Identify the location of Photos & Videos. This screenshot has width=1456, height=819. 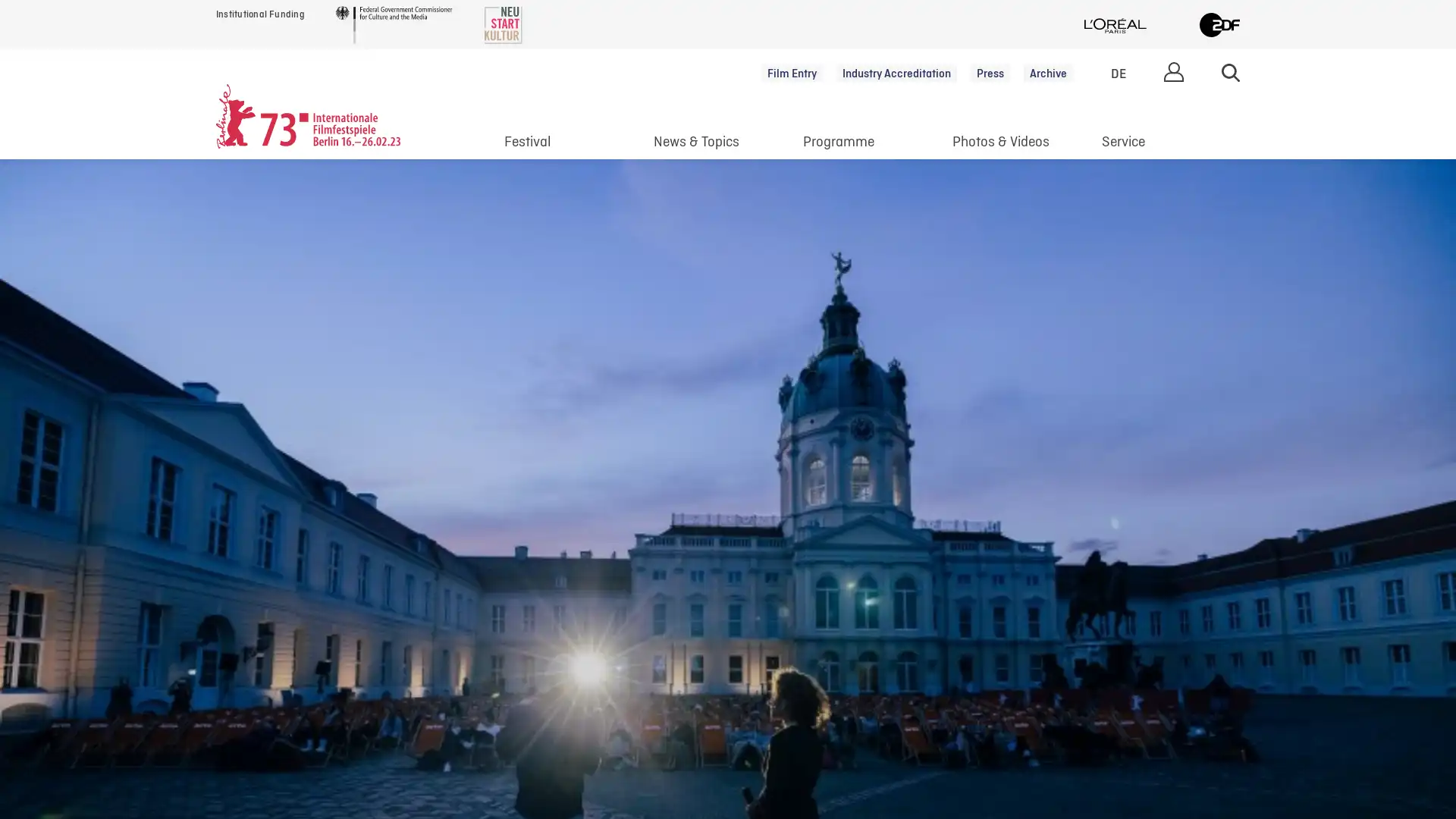
(1000, 145).